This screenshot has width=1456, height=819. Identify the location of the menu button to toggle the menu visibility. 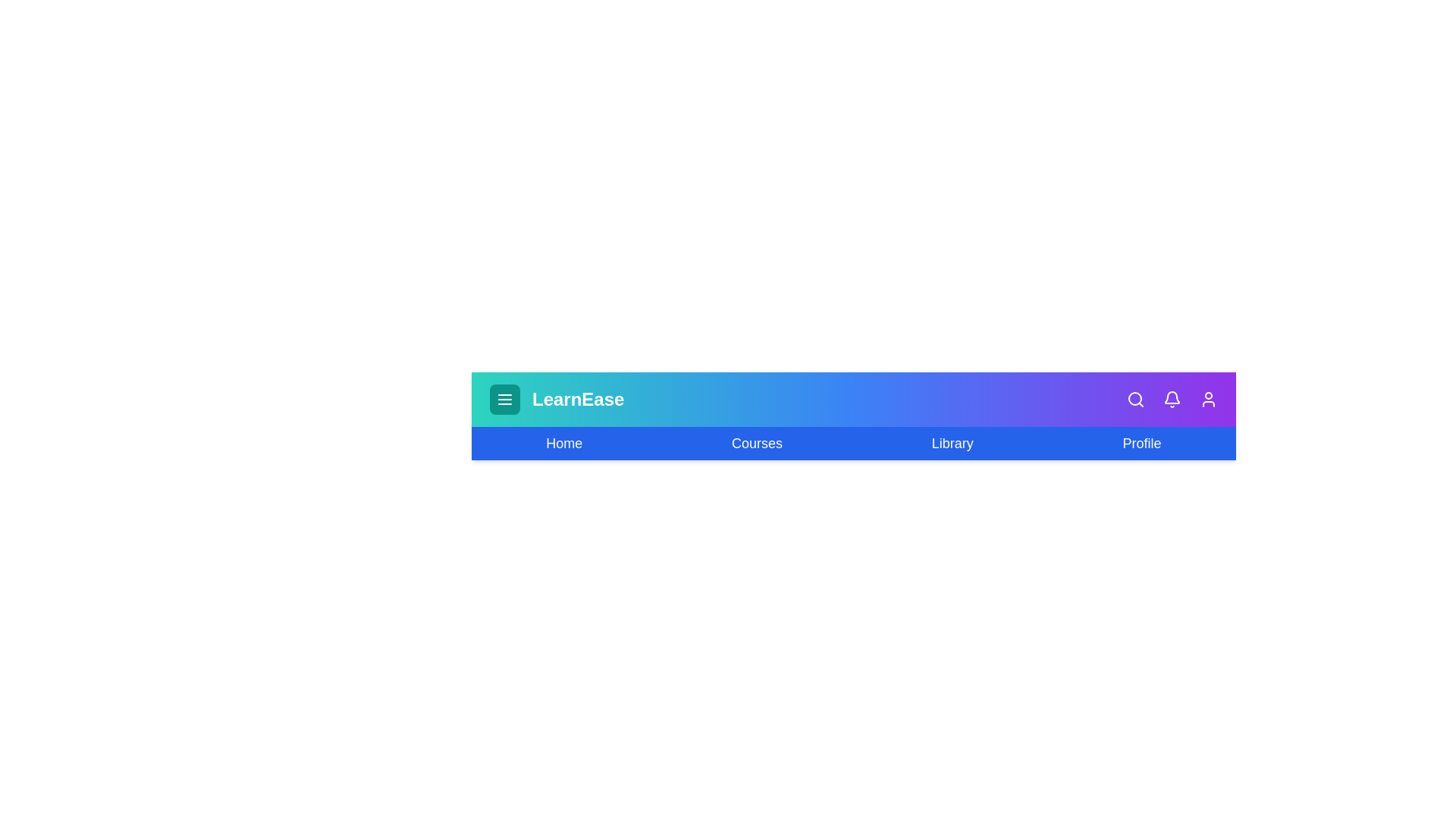
(505, 399).